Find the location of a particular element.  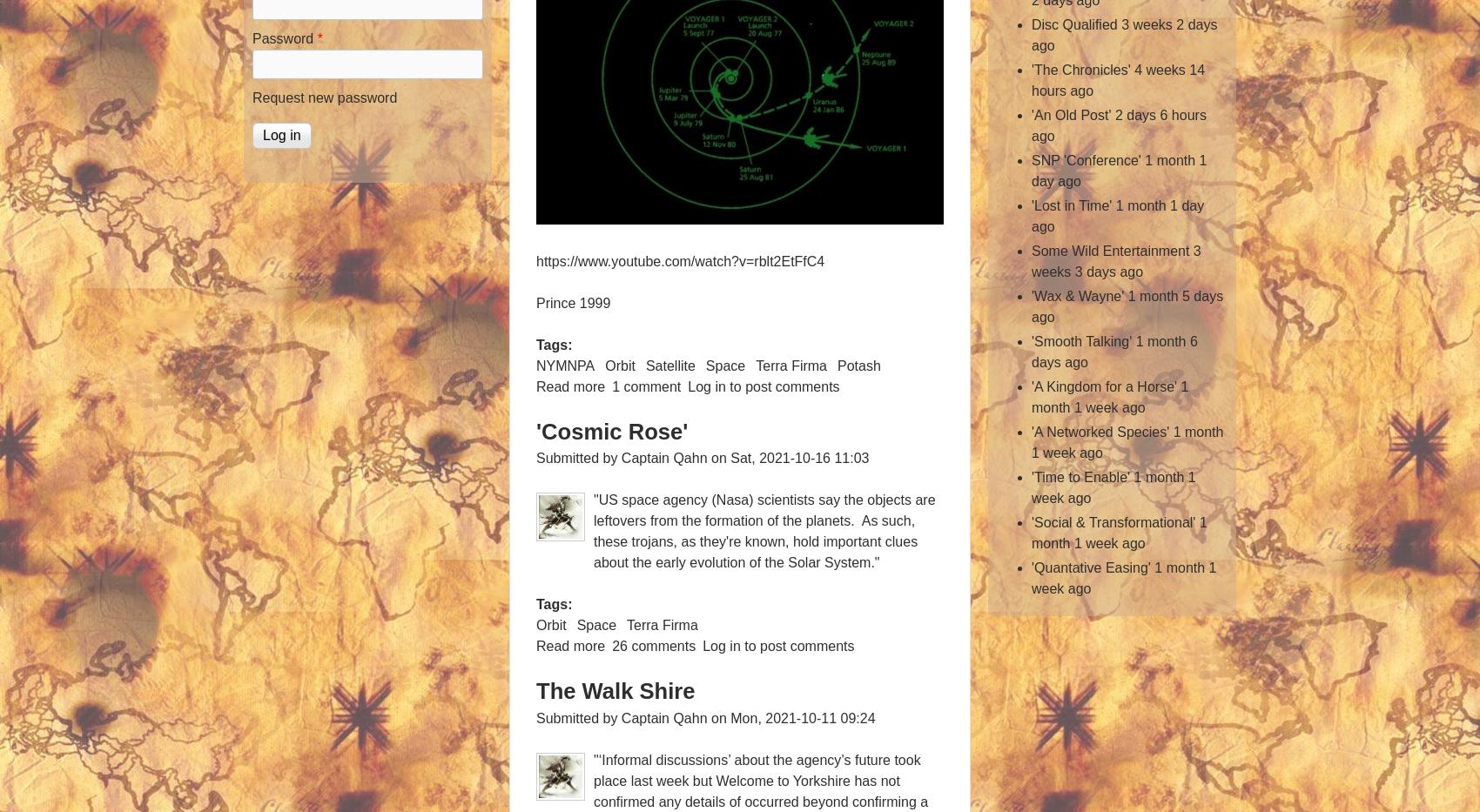

''A Networked Species'' is located at coordinates (1031, 432).